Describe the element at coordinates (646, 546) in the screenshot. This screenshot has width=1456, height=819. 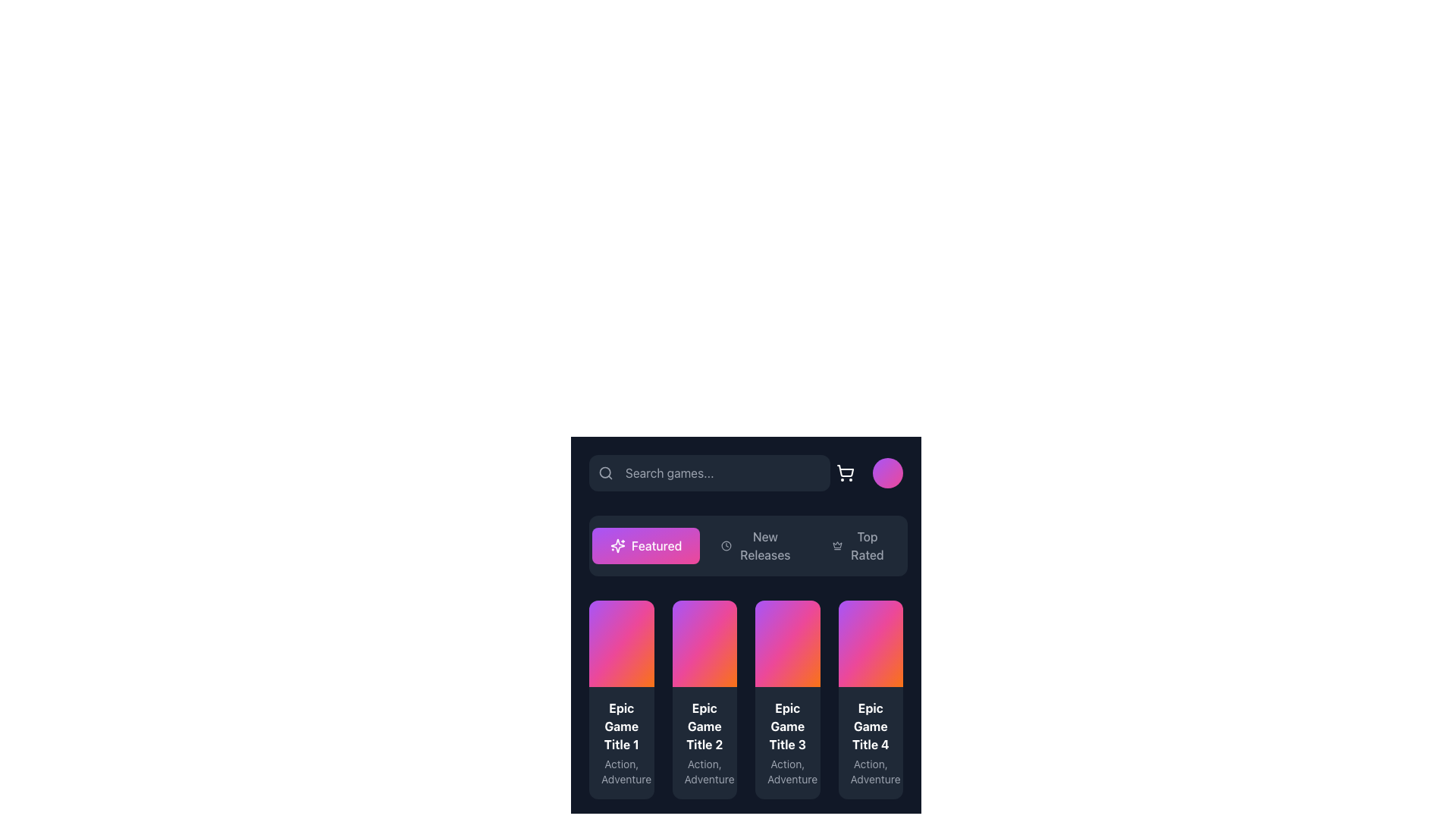
I see `the first button in a horizontal group of three buttons, located above the content grid` at that location.